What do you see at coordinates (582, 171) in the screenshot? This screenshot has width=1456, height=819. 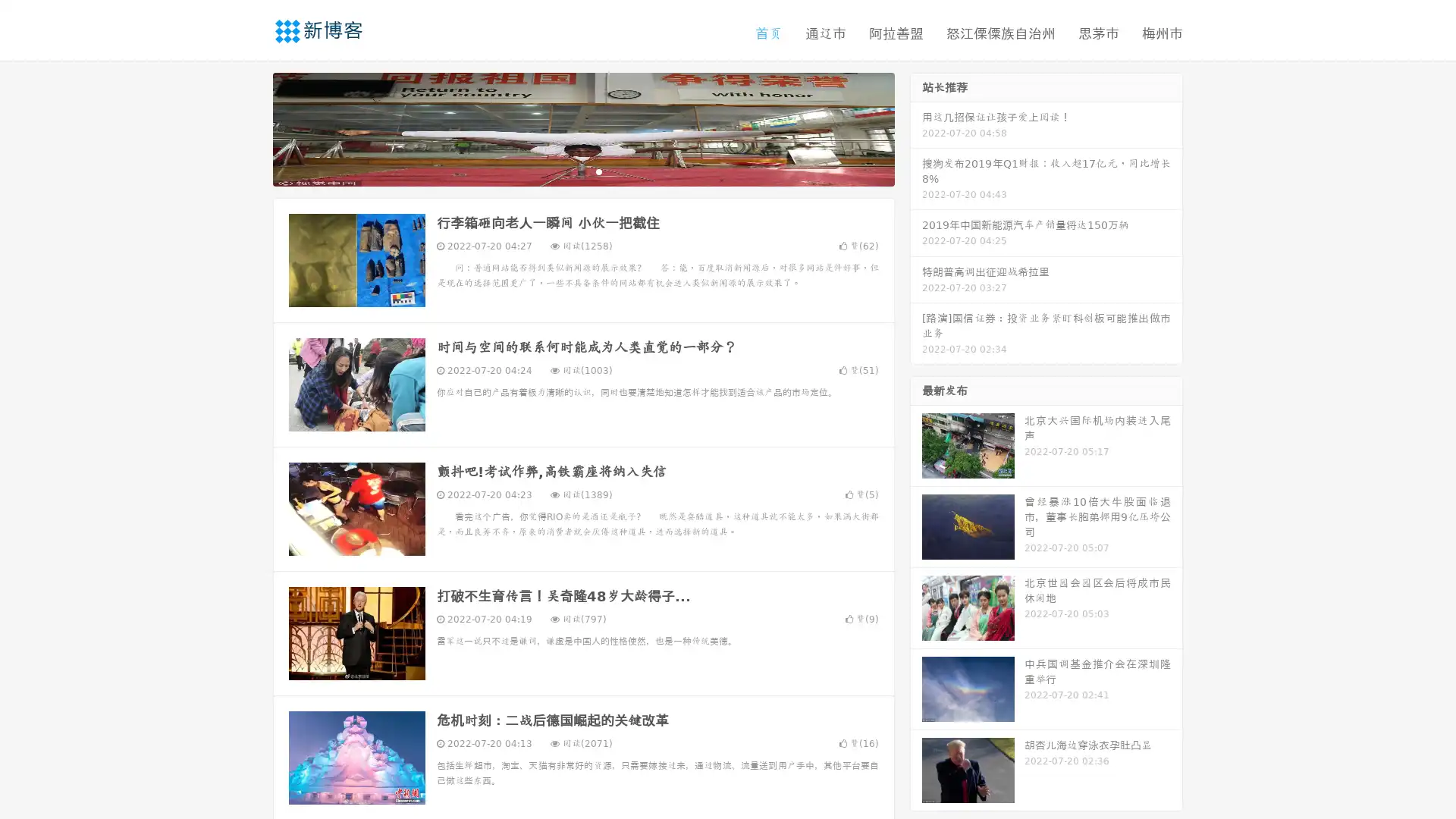 I see `Go to slide 2` at bounding box center [582, 171].